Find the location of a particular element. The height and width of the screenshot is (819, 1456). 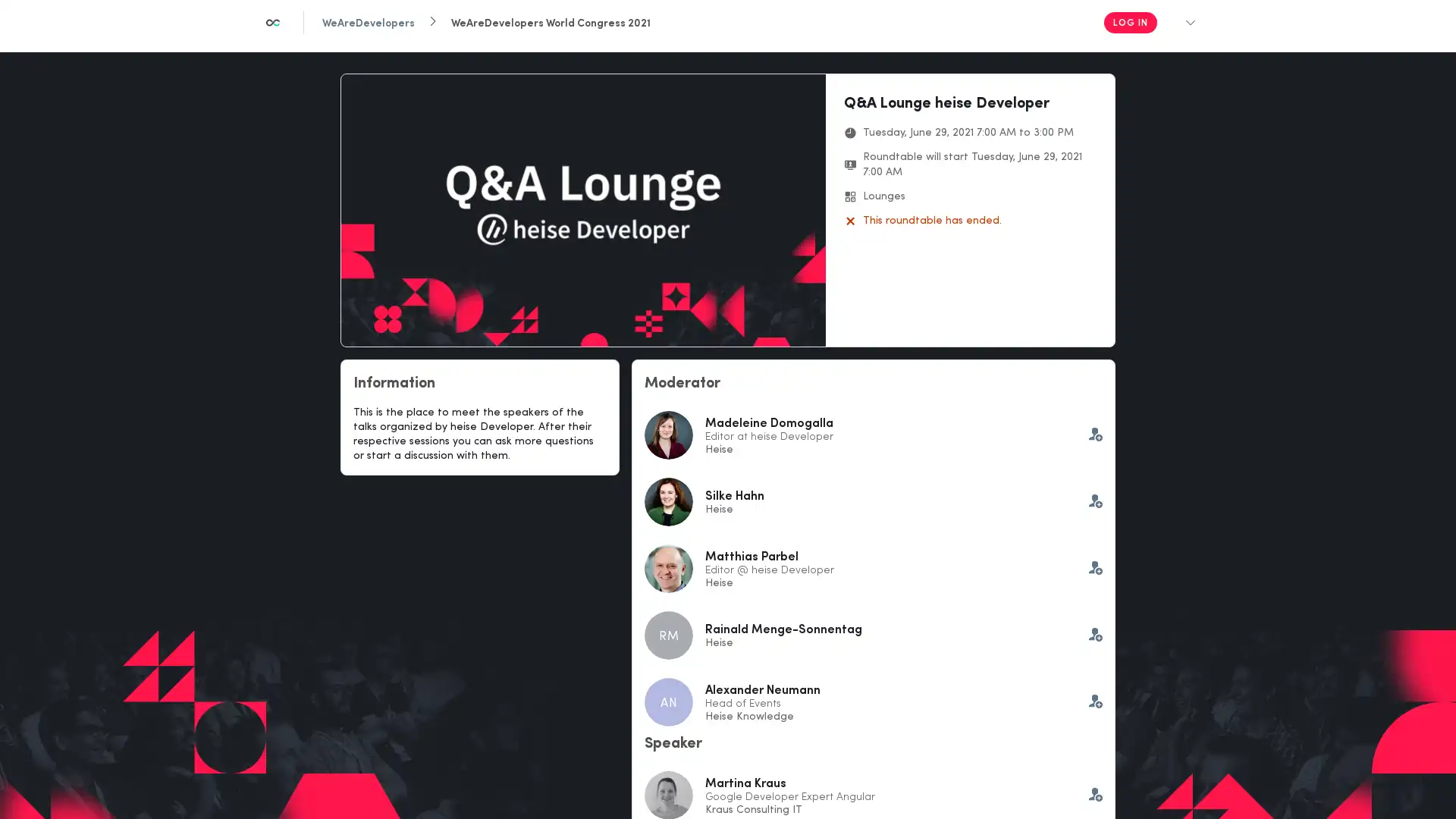

Log in is located at coordinates (1129, 23).